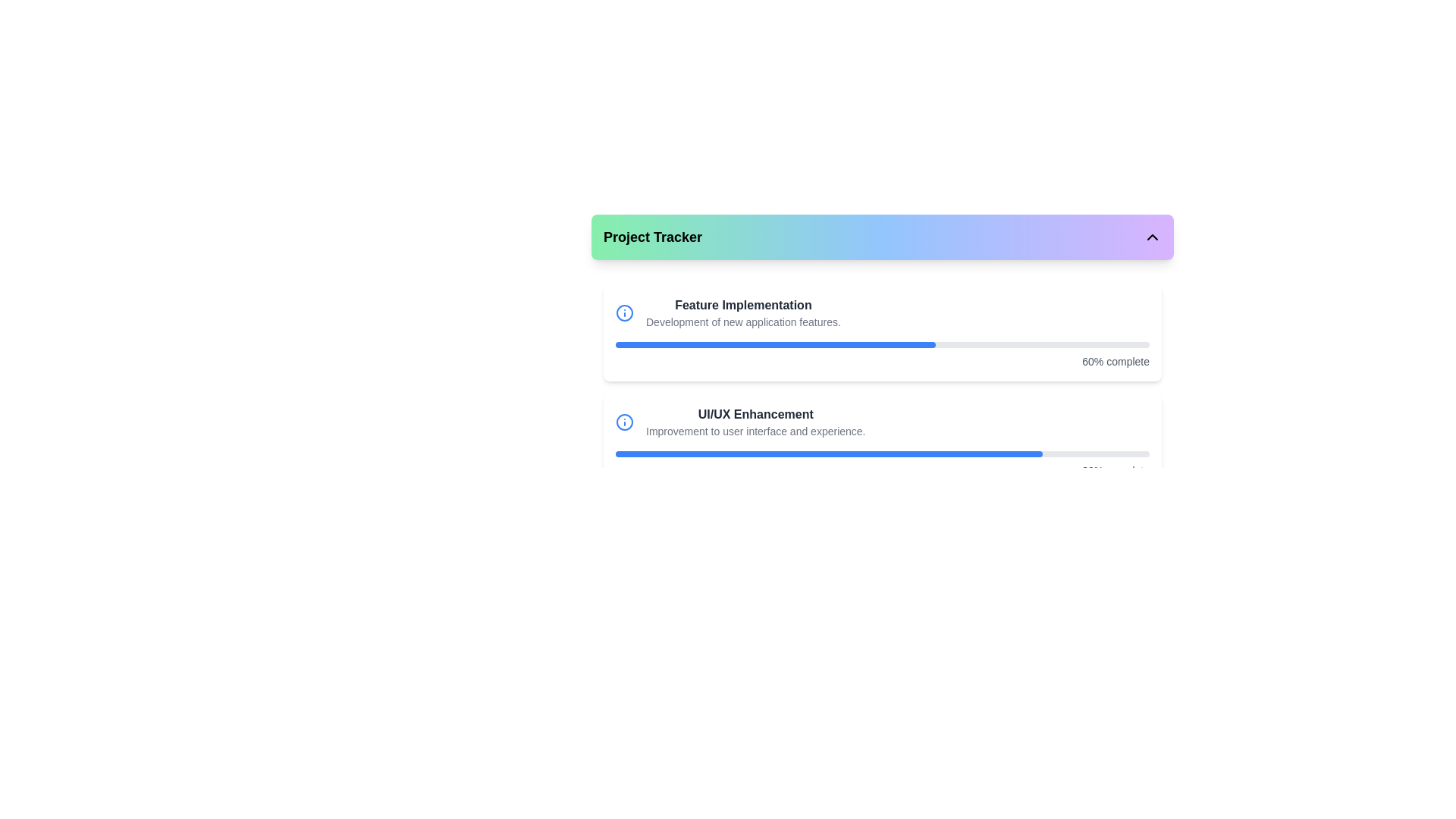 This screenshot has height=819, width=1456. What do you see at coordinates (882, 332) in the screenshot?
I see `the Progress panel titled 'Feature Implementation'` at bounding box center [882, 332].